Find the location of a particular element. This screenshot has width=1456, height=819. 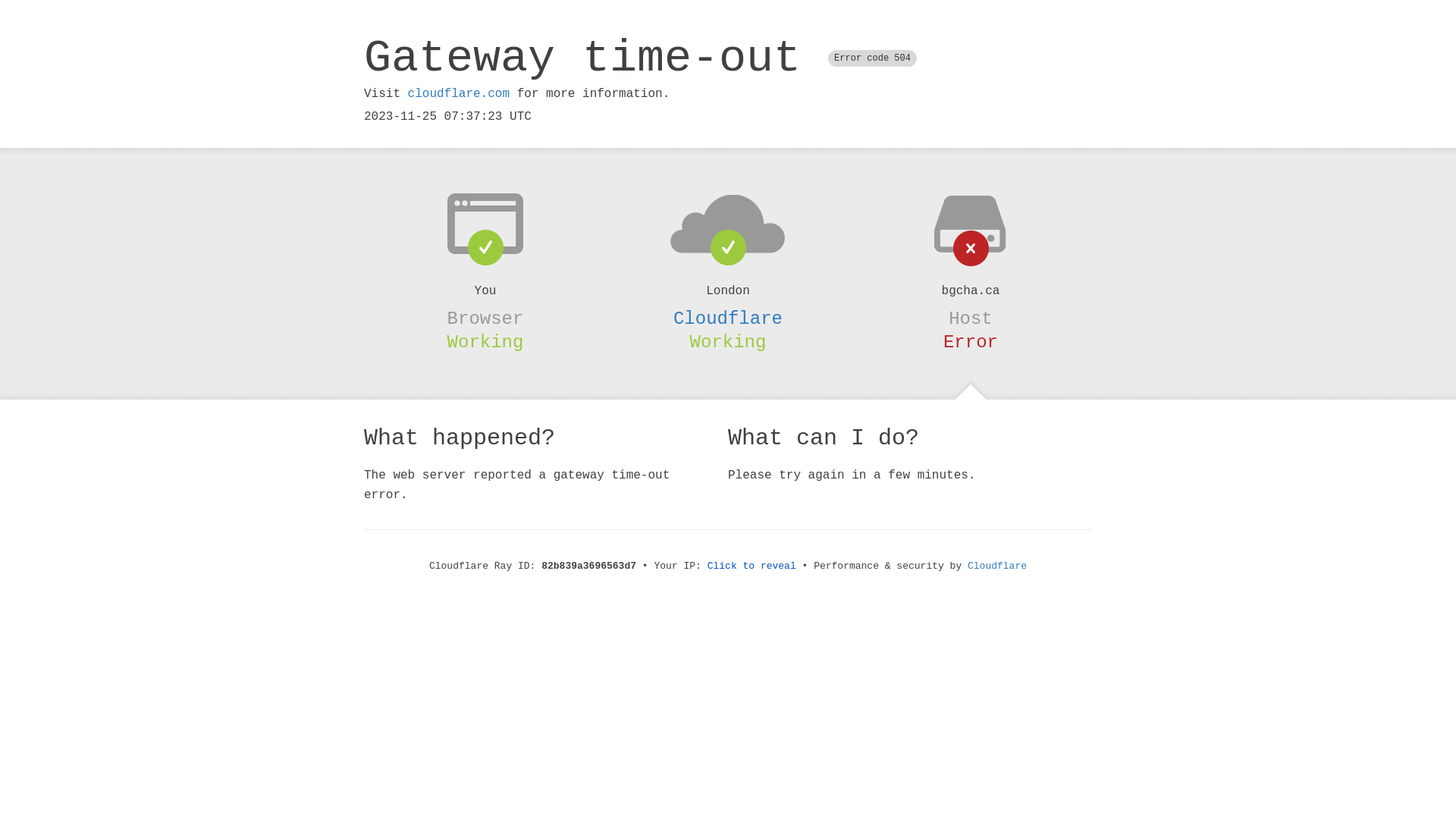

'Cloudflare' is located at coordinates (728, 318).